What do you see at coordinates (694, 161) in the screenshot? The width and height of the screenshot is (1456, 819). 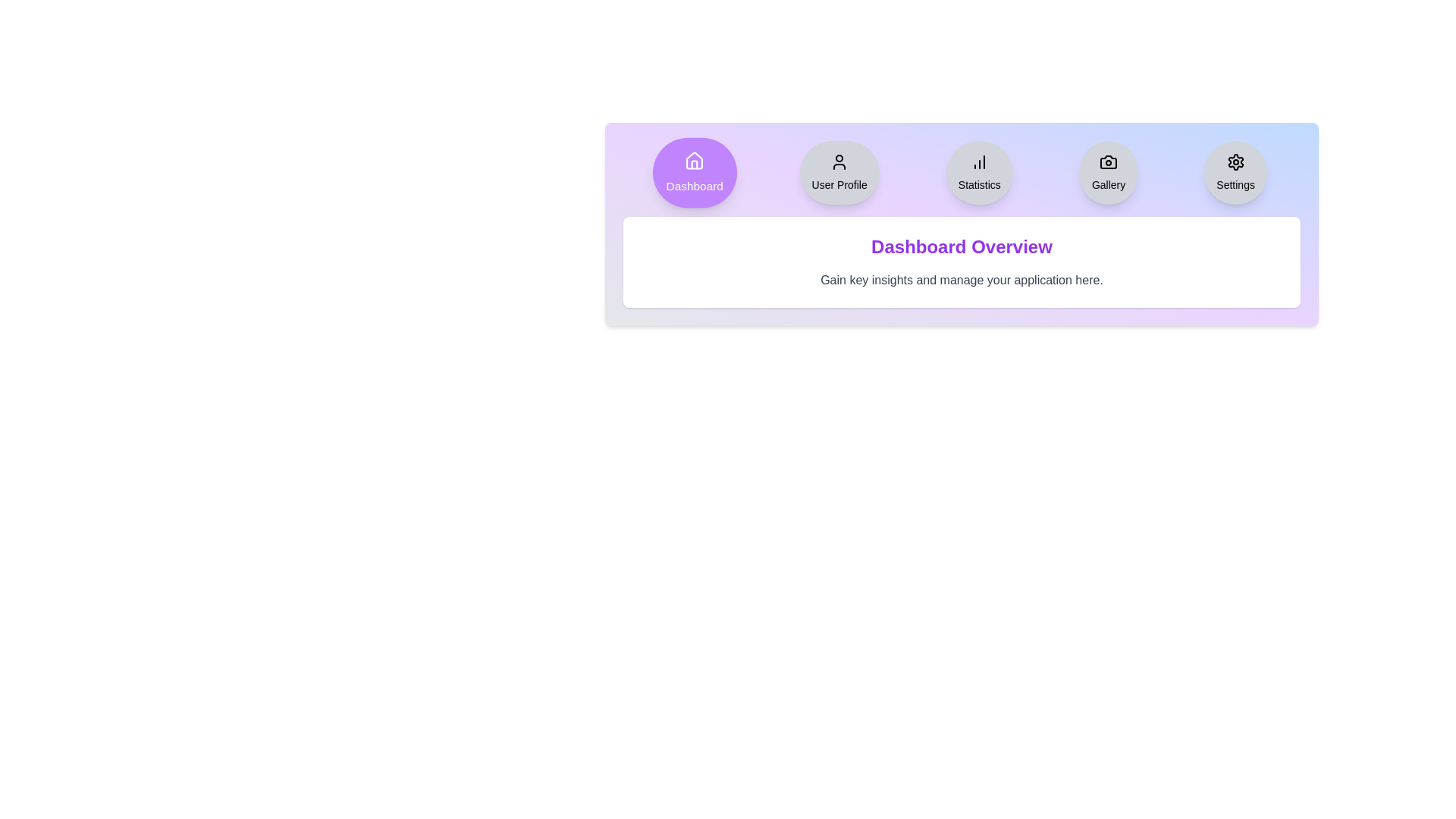 I see `the house icon in the dashboard navigation` at bounding box center [694, 161].